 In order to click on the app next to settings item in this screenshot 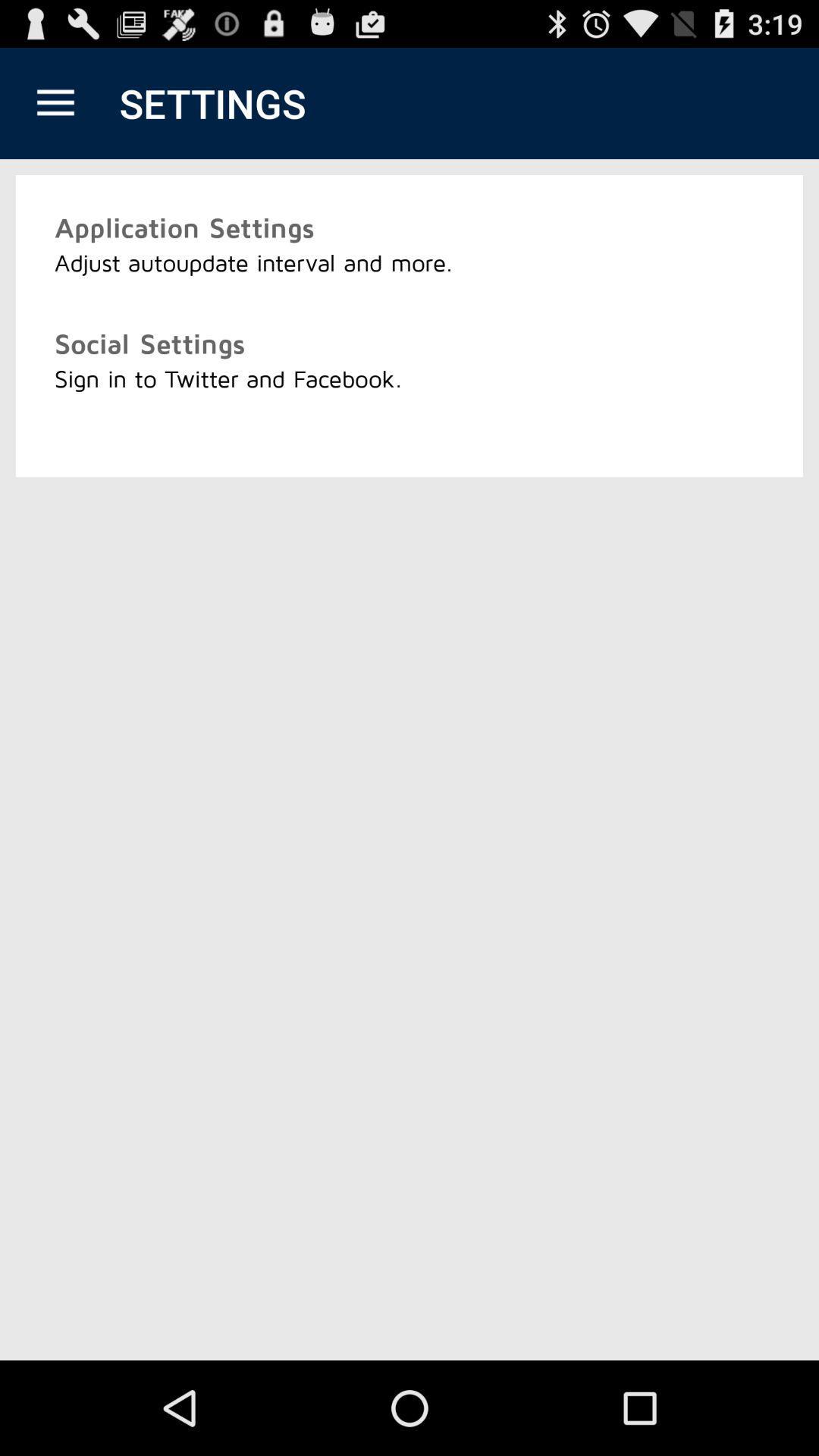, I will do `click(55, 102)`.